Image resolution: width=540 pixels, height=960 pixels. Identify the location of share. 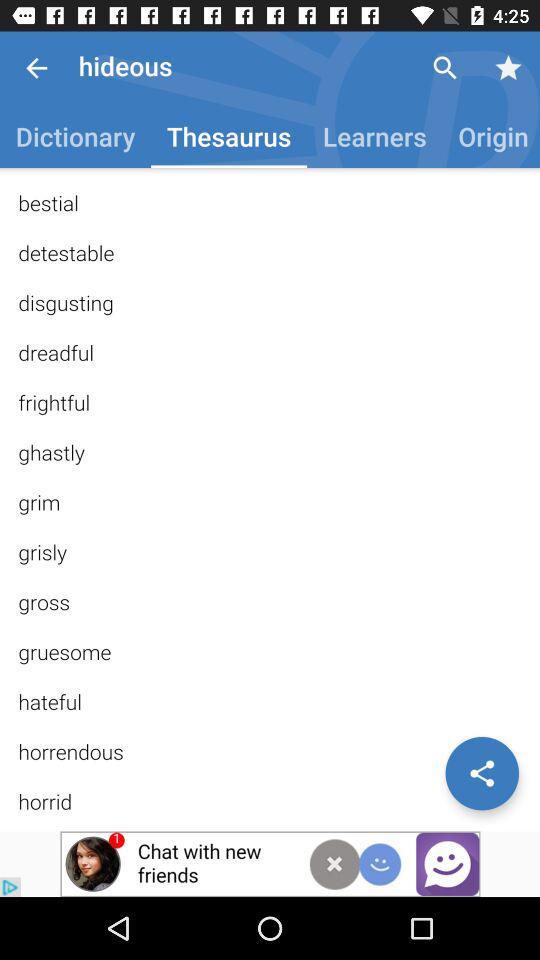
(481, 772).